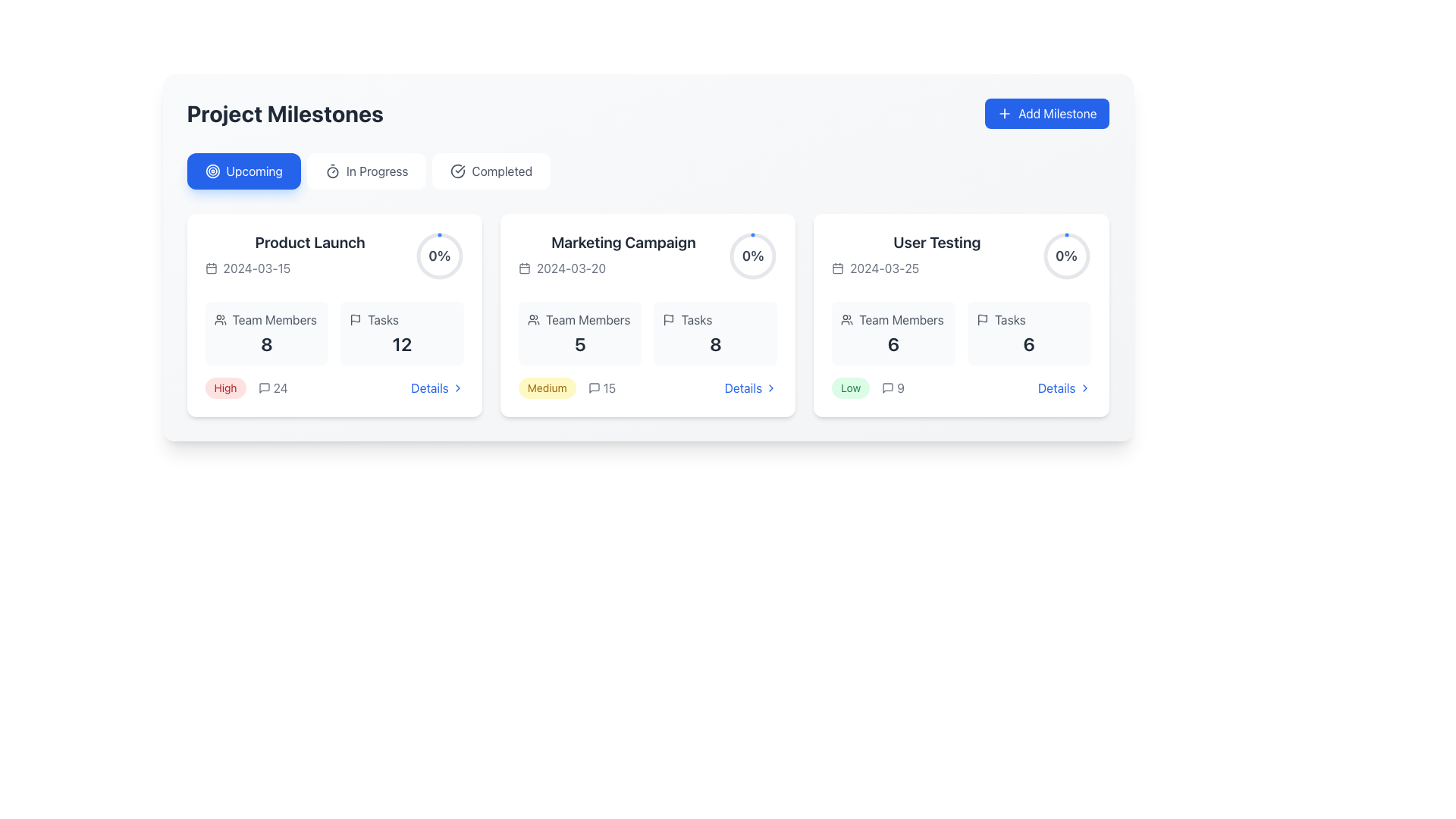 The width and height of the screenshot is (1456, 819). What do you see at coordinates (366, 171) in the screenshot?
I see `the 'In Progress' button, which is the second button in the row under 'Project Milestones'` at bounding box center [366, 171].